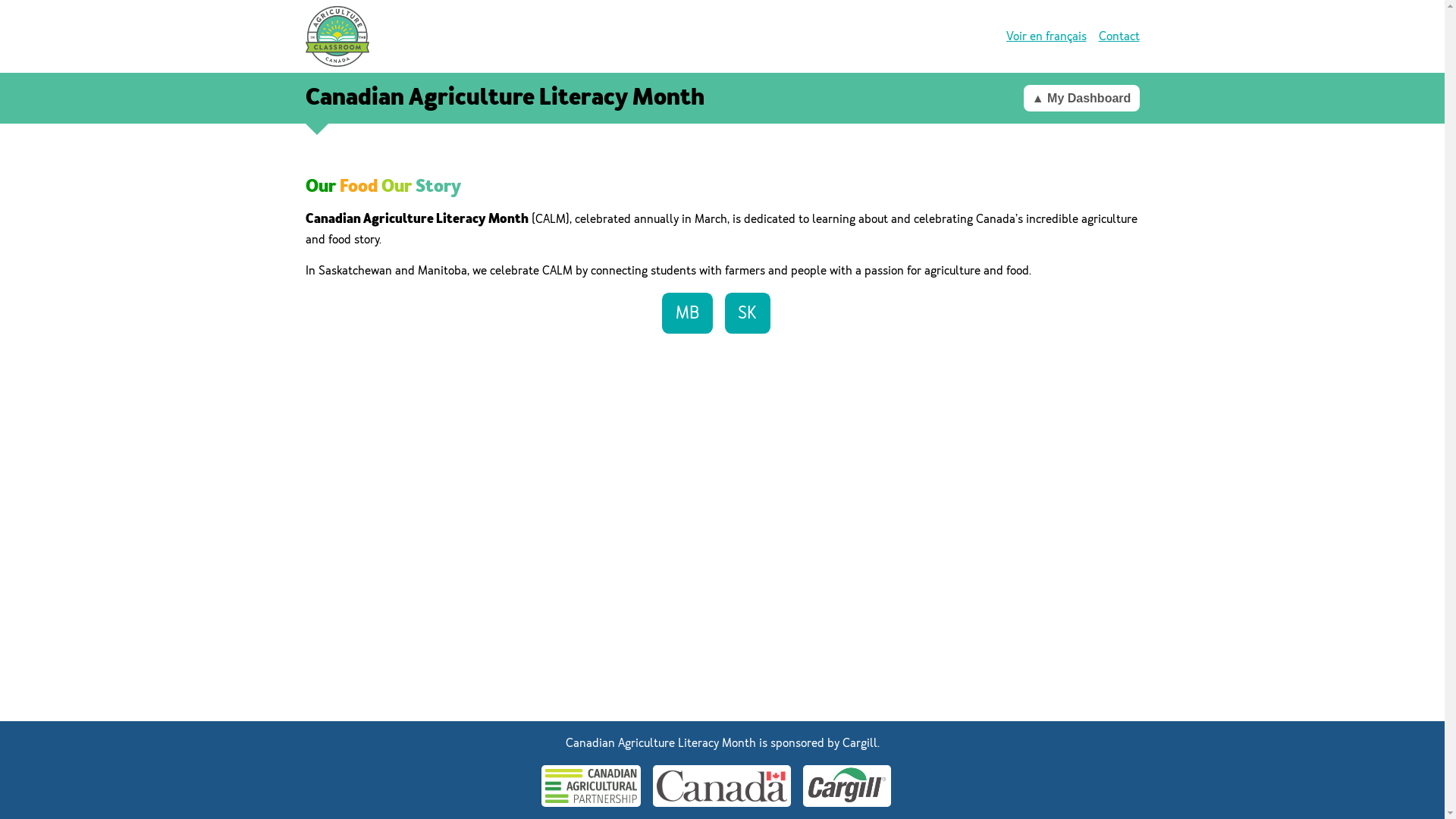 This screenshot has height=819, width=1456. Describe the element at coordinates (723, 312) in the screenshot. I see `'SK'` at that location.